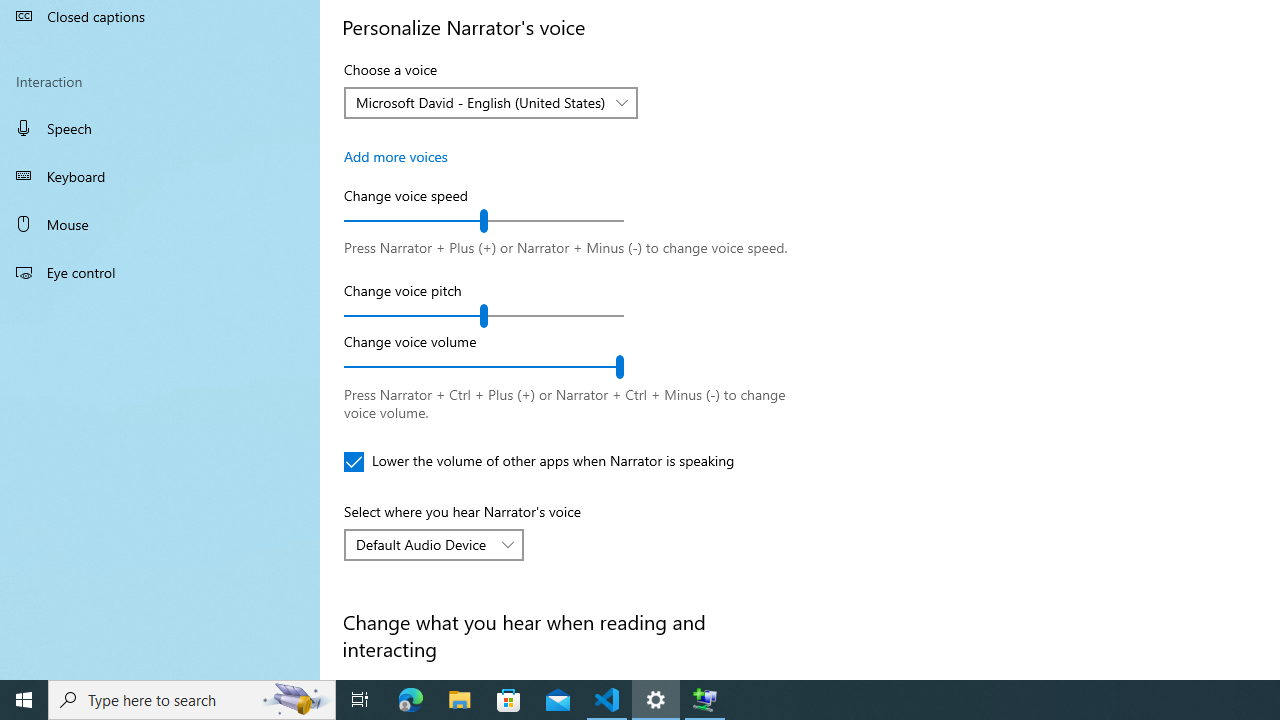  What do you see at coordinates (160, 127) in the screenshot?
I see `'Speech'` at bounding box center [160, 127].